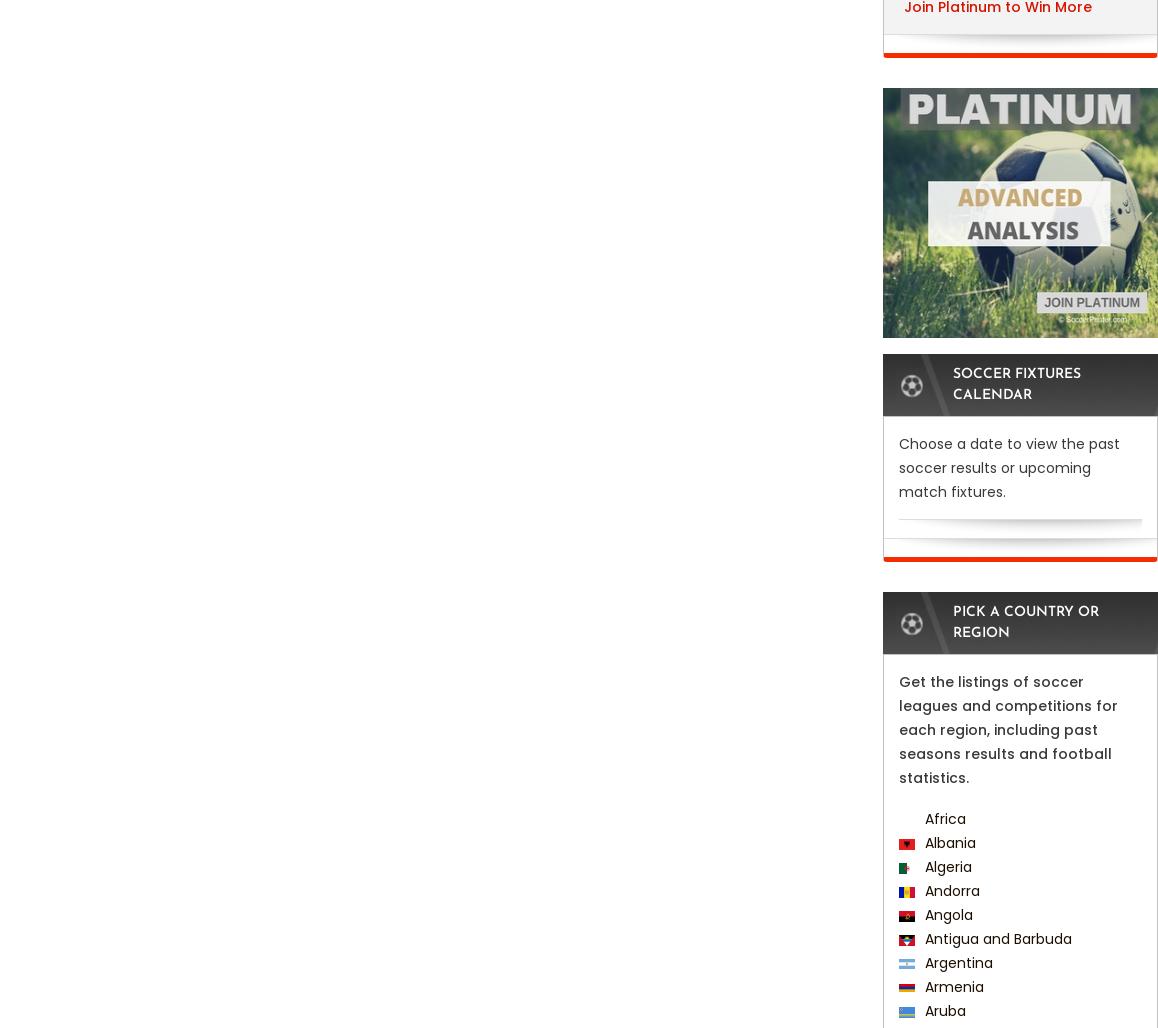  Describe the element at coordinates (920, 963) in the screenshot. I see `'Argentina'` at that location.